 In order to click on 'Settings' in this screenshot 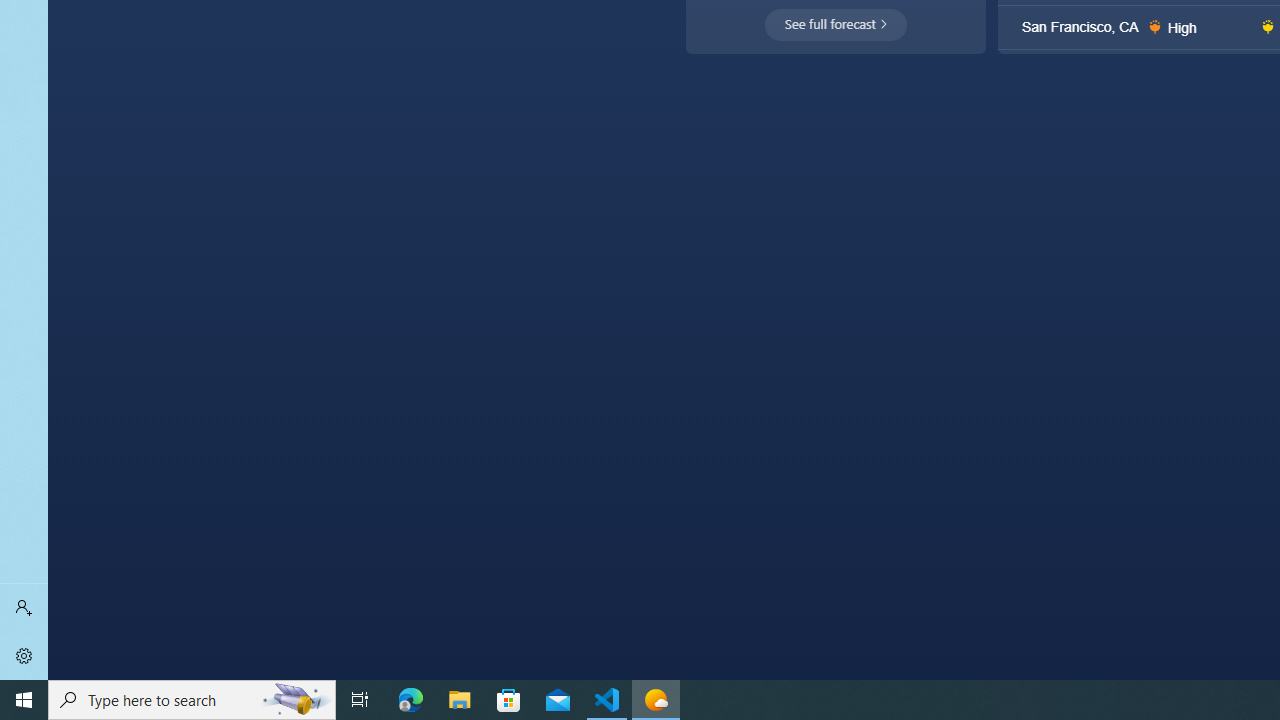, I will do `click(24, 655)`.